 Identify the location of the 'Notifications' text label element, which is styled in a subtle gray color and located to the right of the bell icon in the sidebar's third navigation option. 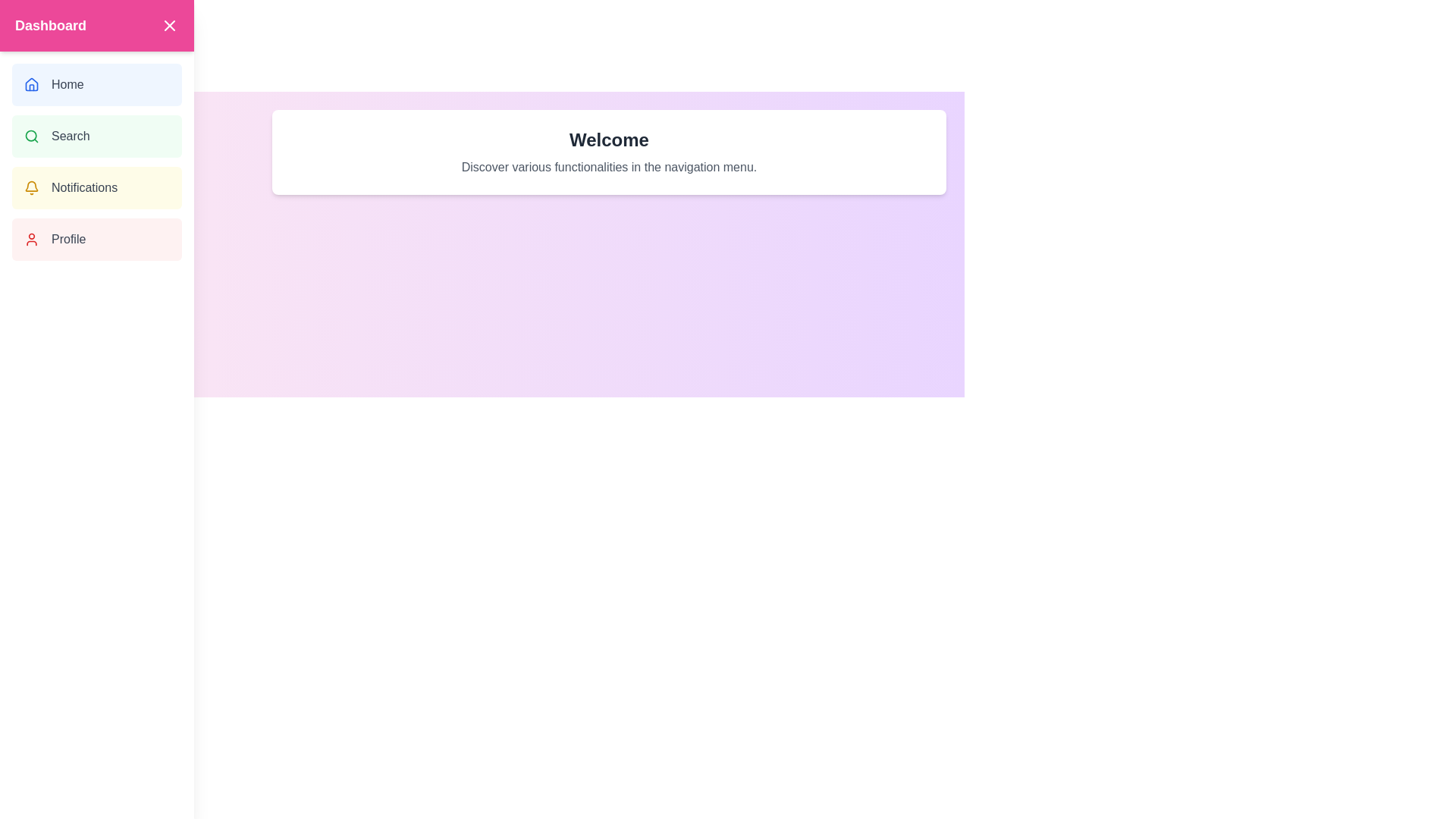
(83, 187).